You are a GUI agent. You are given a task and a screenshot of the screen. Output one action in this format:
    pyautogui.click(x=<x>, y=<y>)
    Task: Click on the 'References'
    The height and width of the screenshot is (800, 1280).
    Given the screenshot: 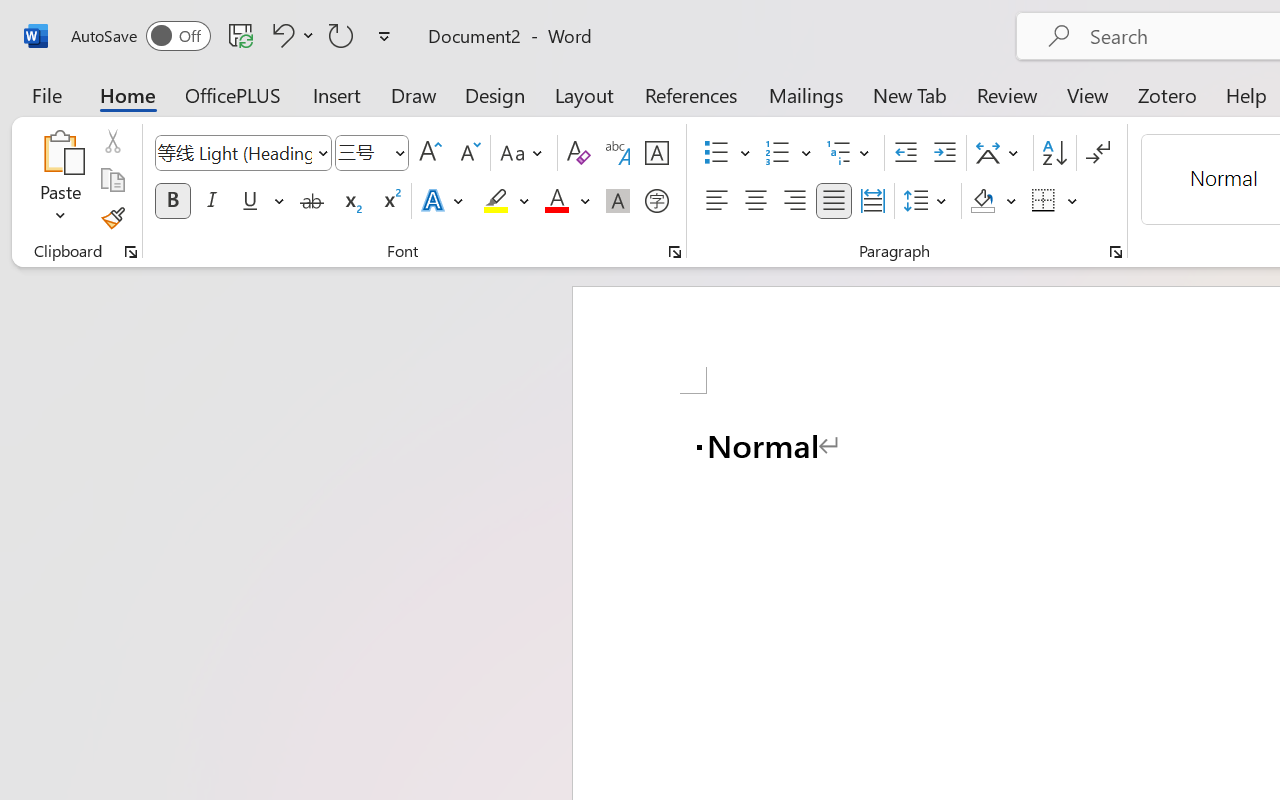 What is the action you would take?
    pyautogui.click(x=691, y=94)
    